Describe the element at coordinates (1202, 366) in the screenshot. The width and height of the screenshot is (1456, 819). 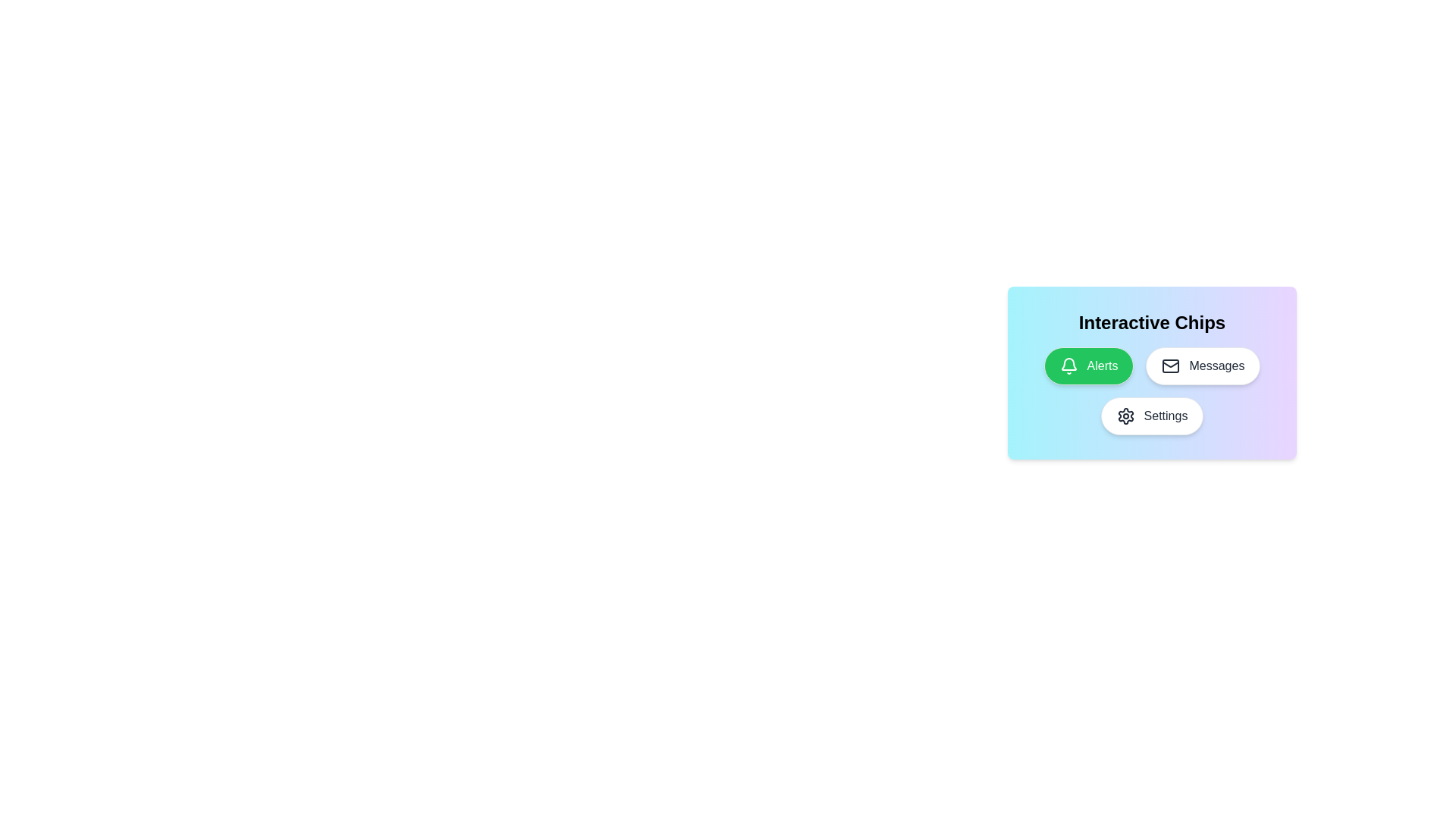
I see `the chip labeled Messages to toggle its selection state` at that location.